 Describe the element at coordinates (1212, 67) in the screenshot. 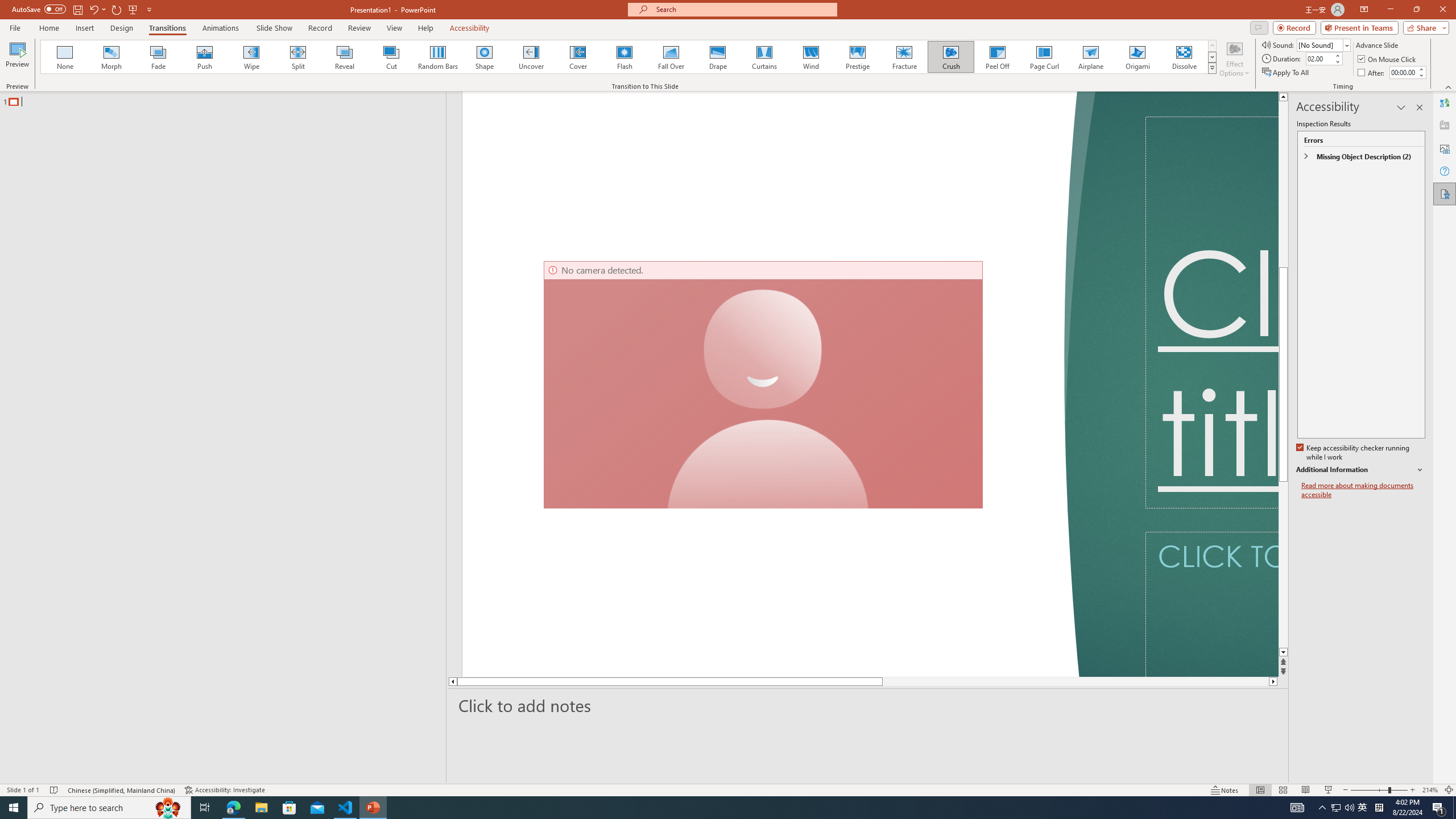

I see `'Transition Effects'` at that location.